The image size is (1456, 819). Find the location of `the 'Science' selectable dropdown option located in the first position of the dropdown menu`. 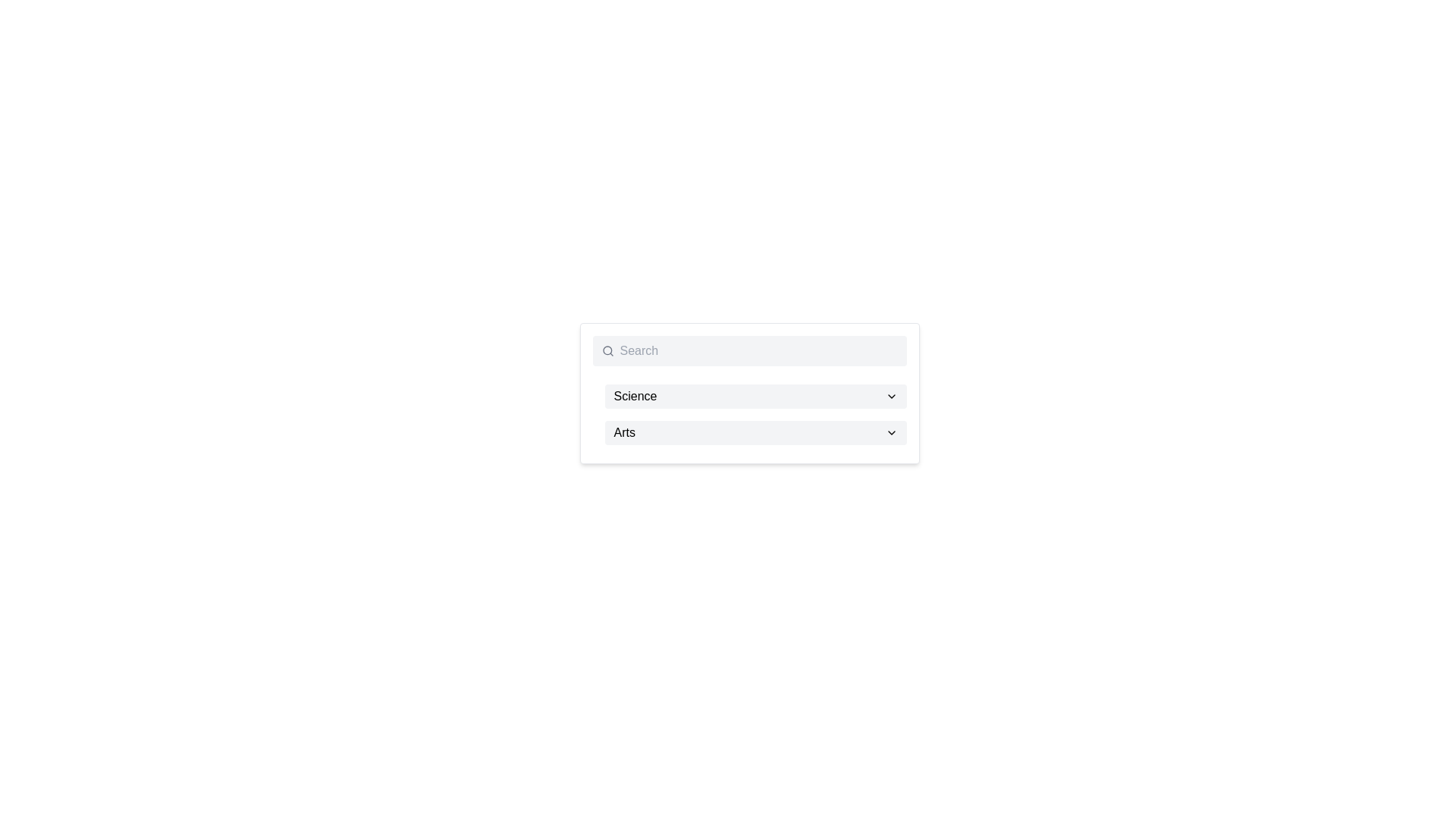

the 'Science' selectable dropdown option located in the first position of the dropdown menu is located at coordinates (755, 396).